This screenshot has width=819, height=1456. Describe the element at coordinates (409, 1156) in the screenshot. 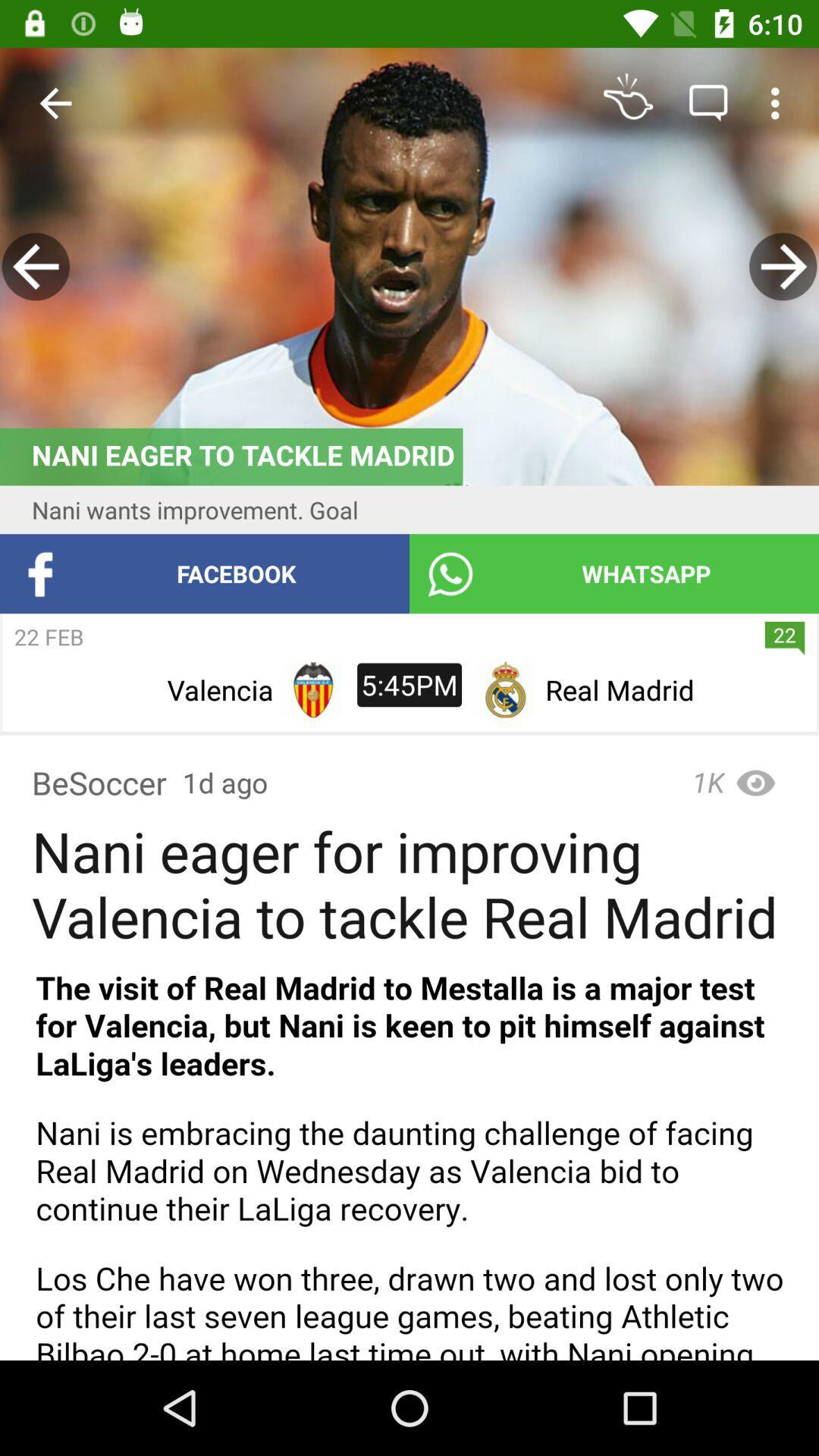

I see `advertisement` at that location.